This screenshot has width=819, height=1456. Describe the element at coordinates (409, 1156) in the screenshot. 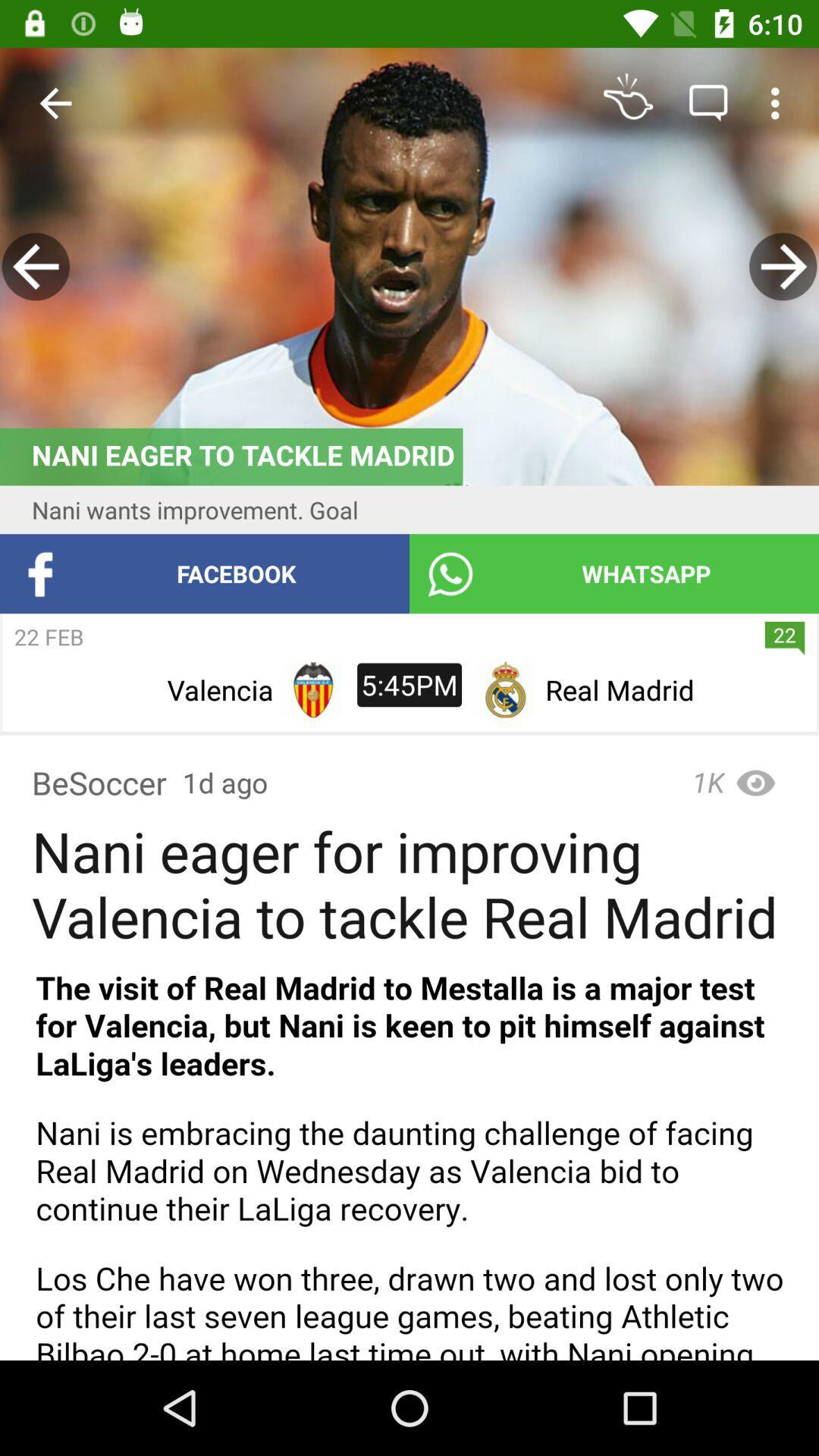

I see `advertisement` at that location.